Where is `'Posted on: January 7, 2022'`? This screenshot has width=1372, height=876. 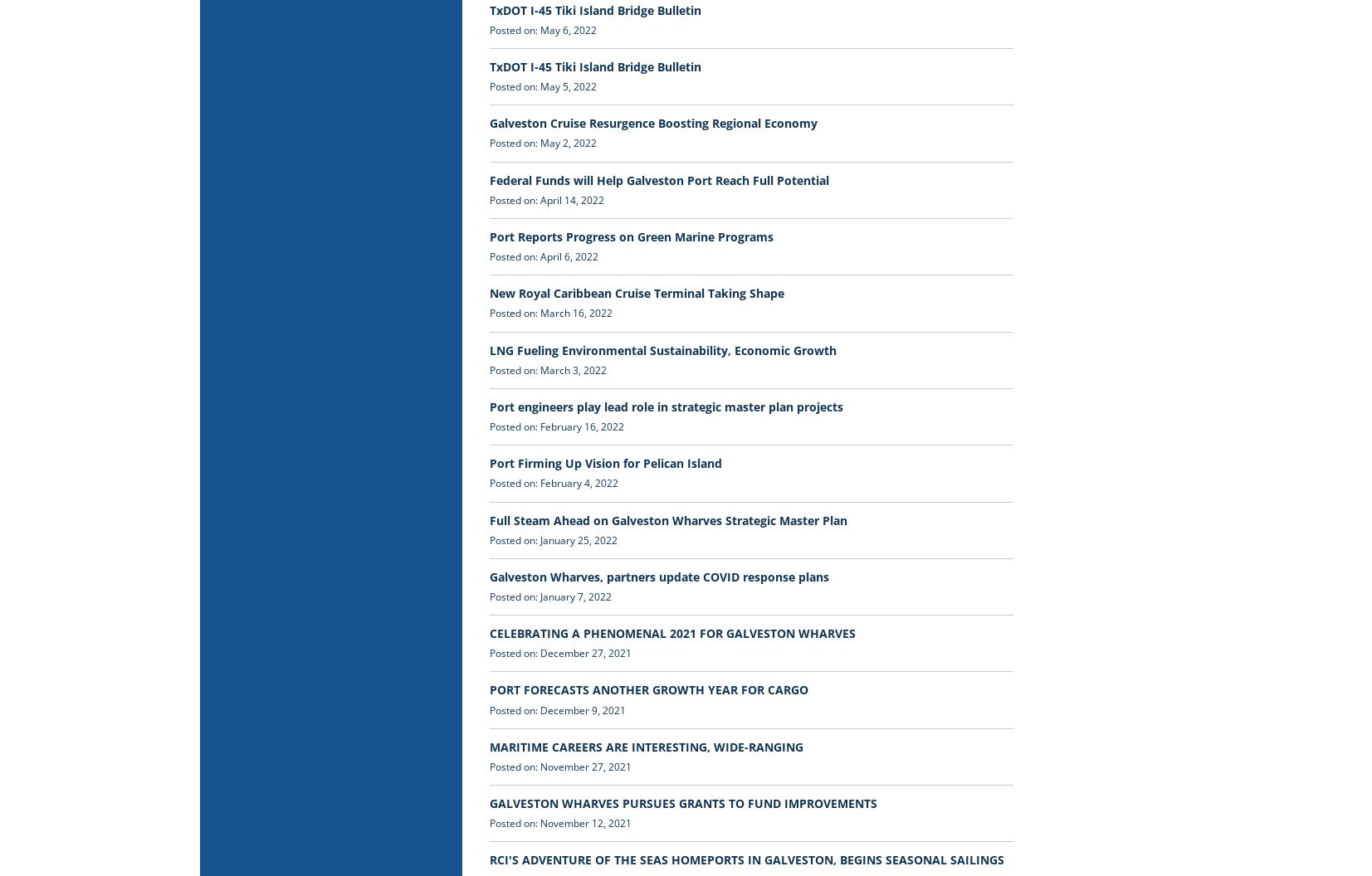
'Posted on: January 7, 2022' is located at coordinates (549, 596).